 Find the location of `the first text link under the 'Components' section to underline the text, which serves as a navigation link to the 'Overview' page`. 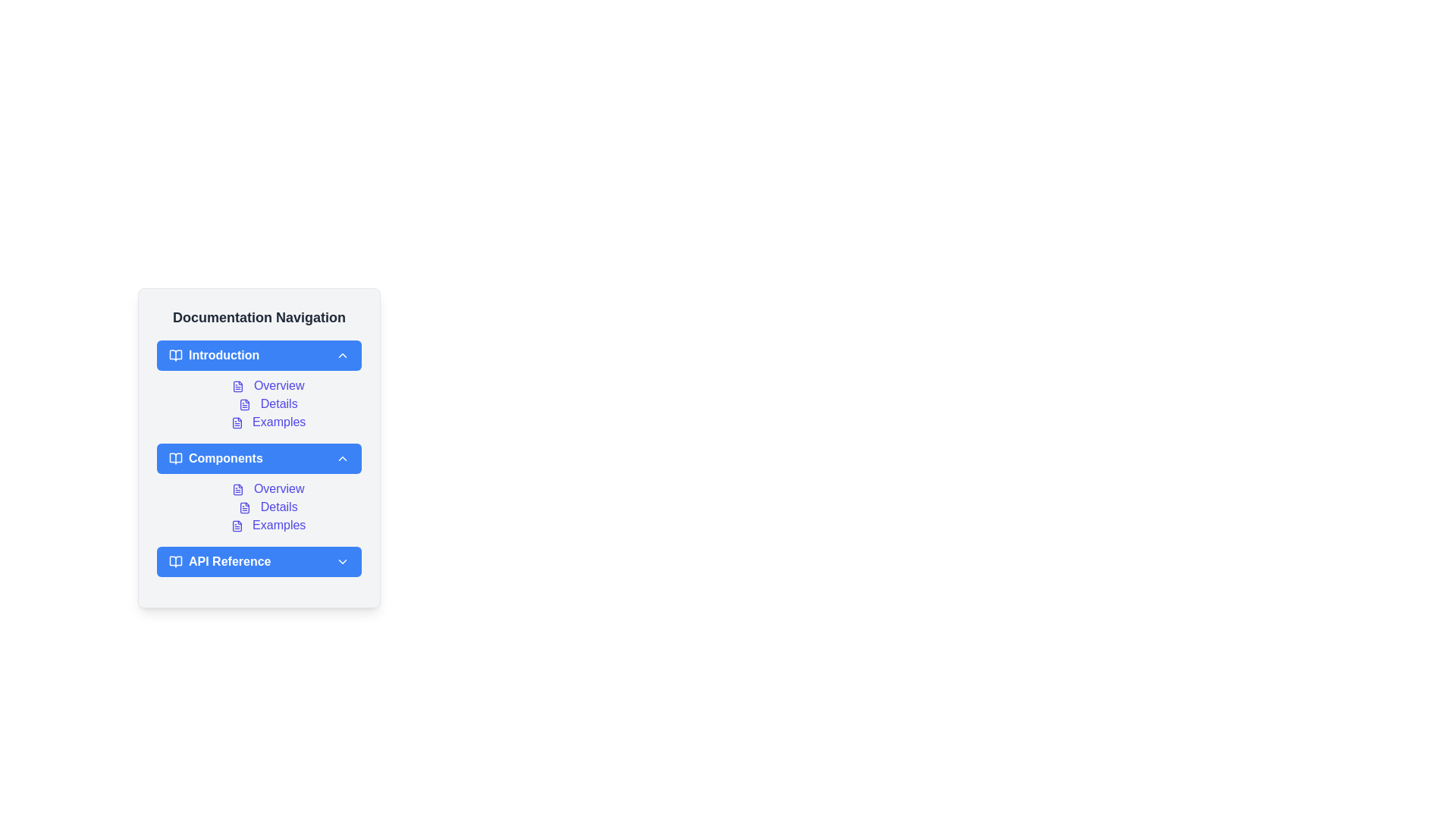

the first text link under the 'Components' section to underline the text, which serves as a navigation link to the 'Overview' page is located at coordinates (268, 488).